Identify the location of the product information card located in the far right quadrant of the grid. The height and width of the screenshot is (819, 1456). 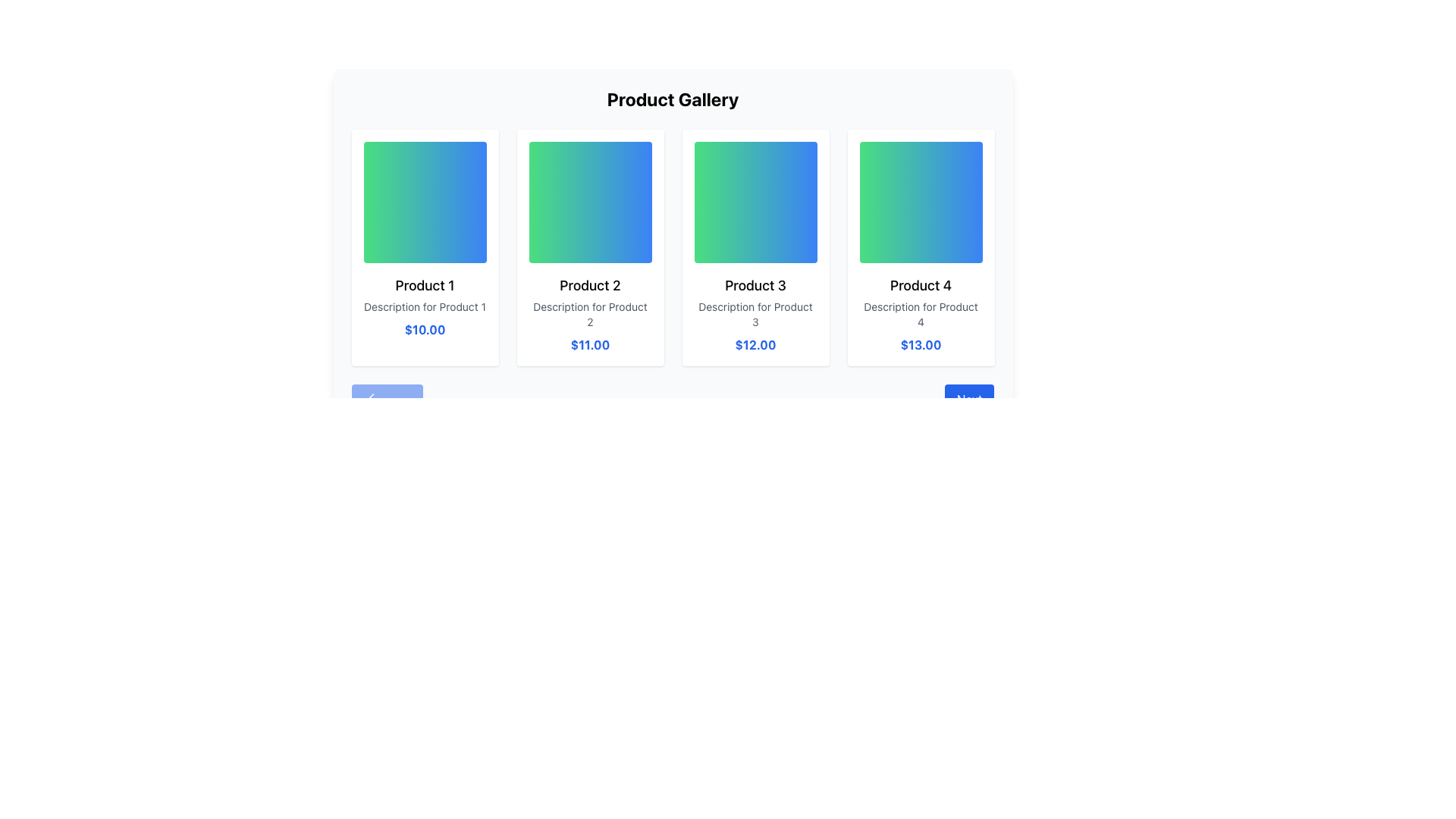
(920, 247).